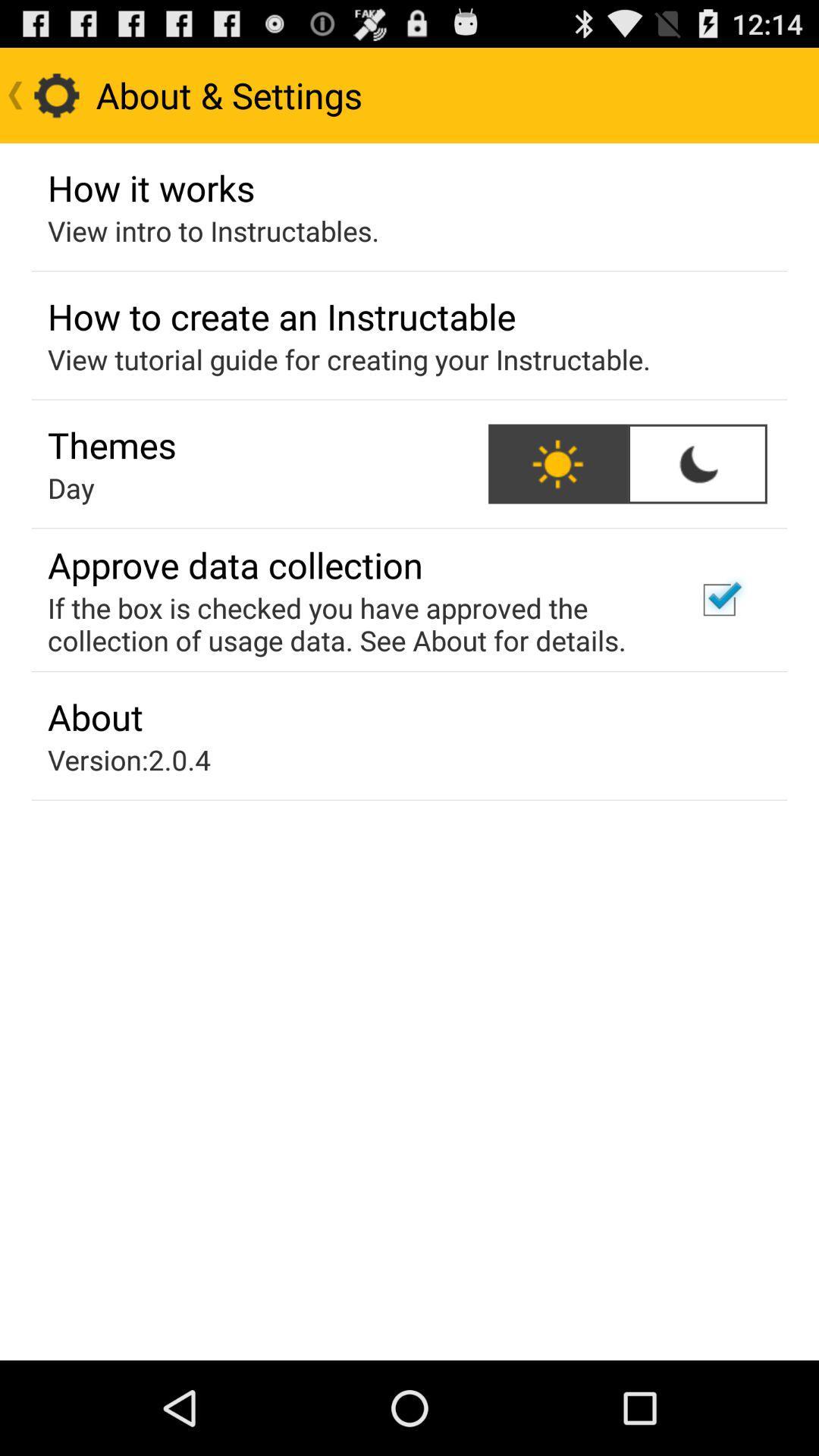  I want to click on the themes, so click(111, 444).